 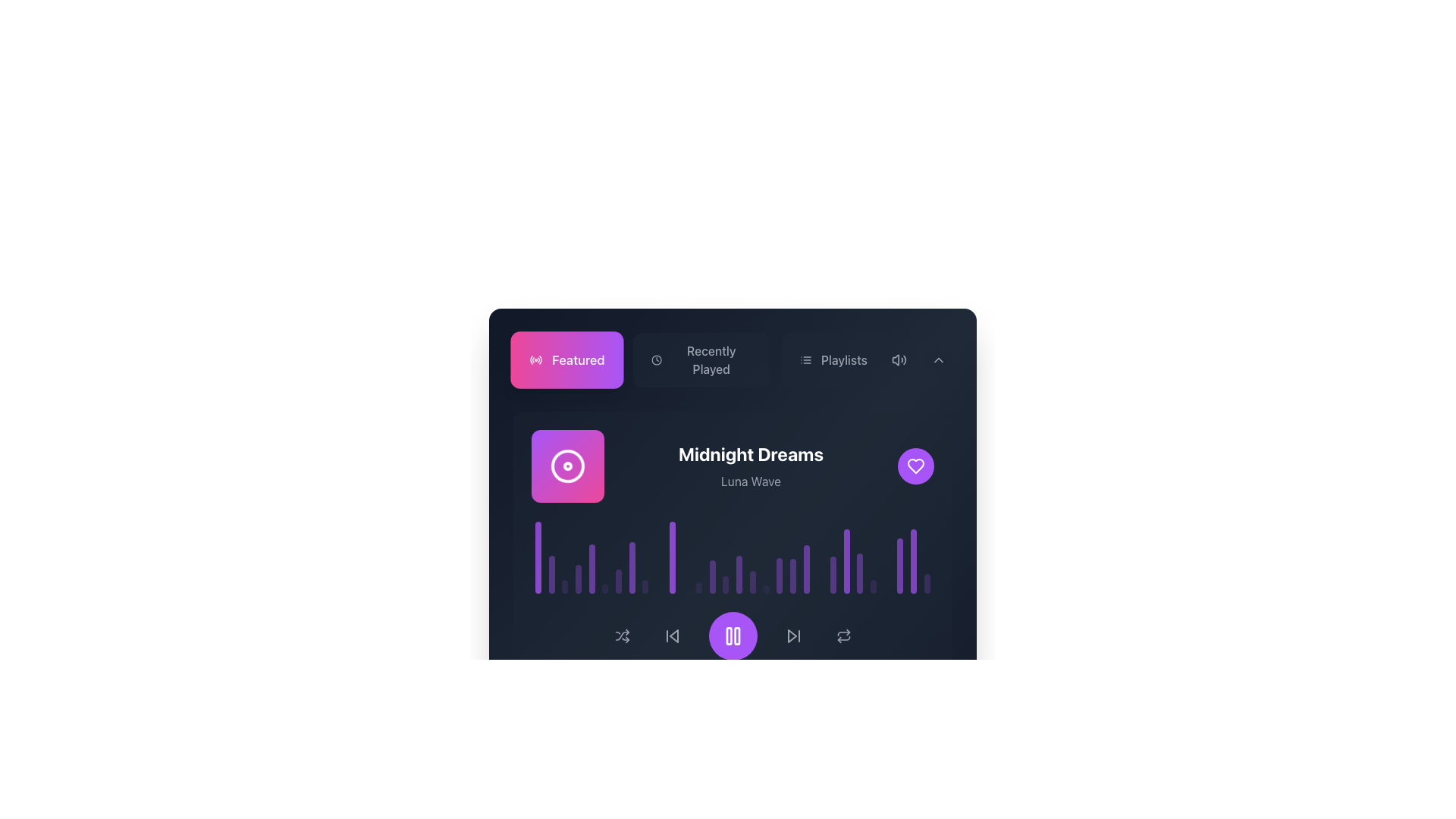 What do you see at coordinates (566, 465) in the screenshot?
I see `the visual changes of the circular indicator with a white outline, located prominently to the left of the song title 'Midnight Dreams'` at bounding box center [566, 465].